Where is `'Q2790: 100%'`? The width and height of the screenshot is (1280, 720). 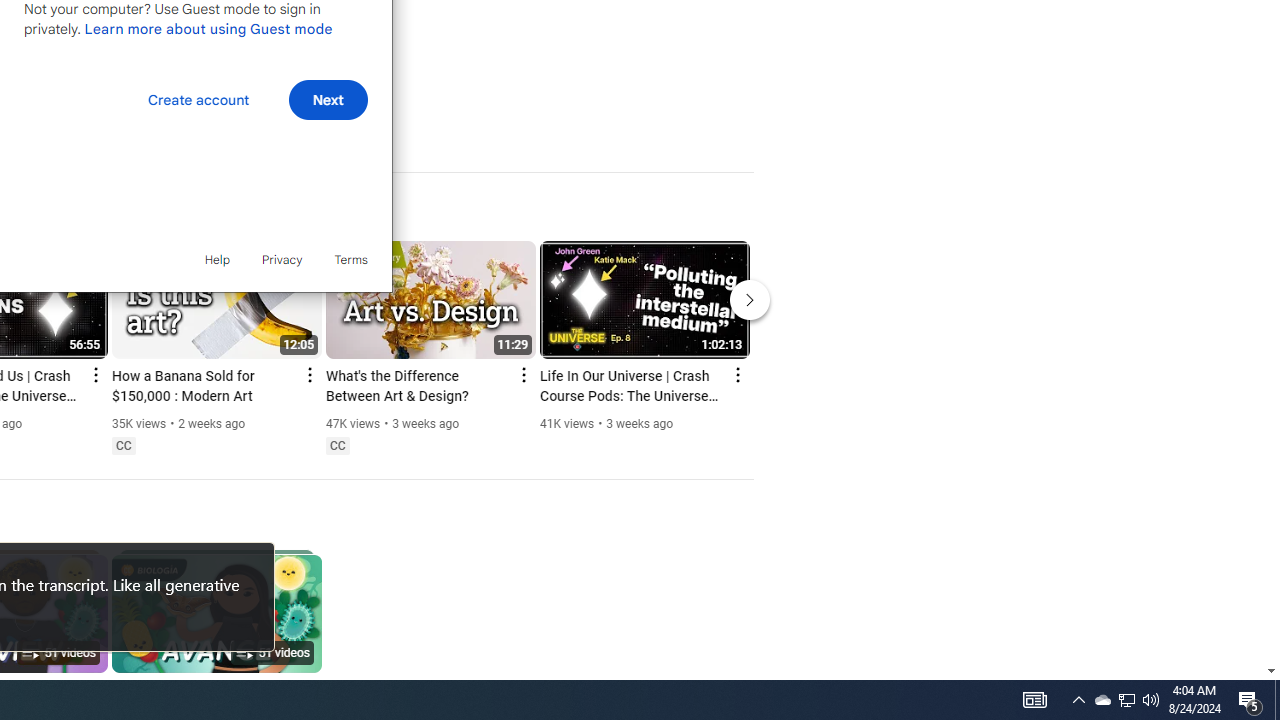 'Q2790: 100%' is located at coordinates (1127, 698).